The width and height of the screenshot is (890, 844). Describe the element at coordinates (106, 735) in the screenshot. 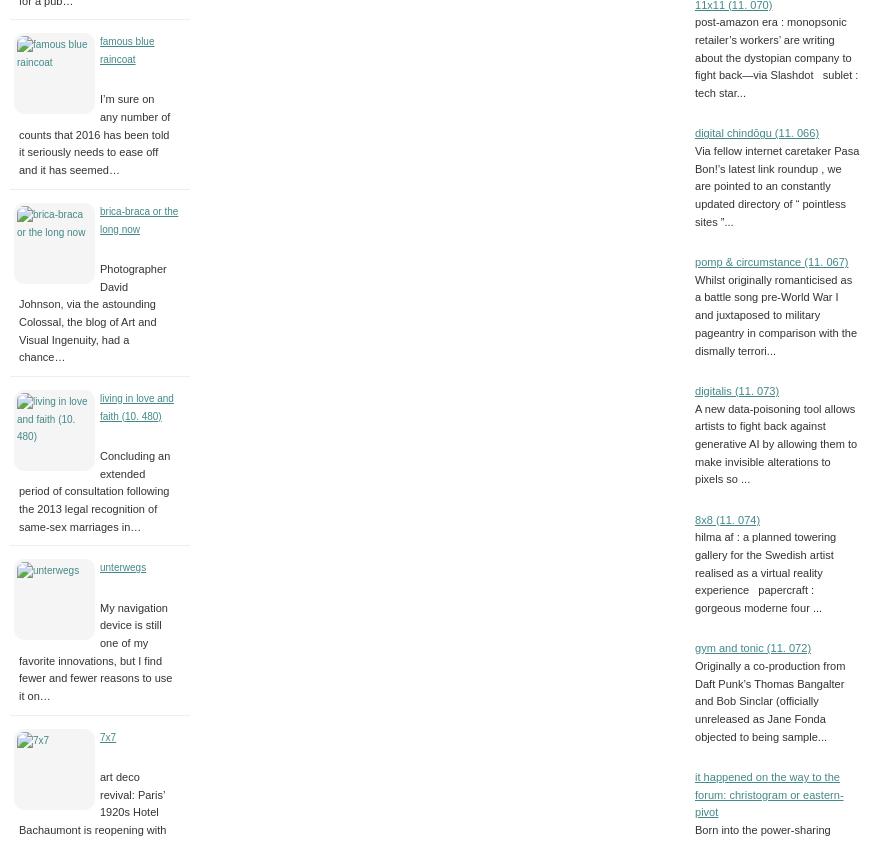

I see `'7x7'` at that location.